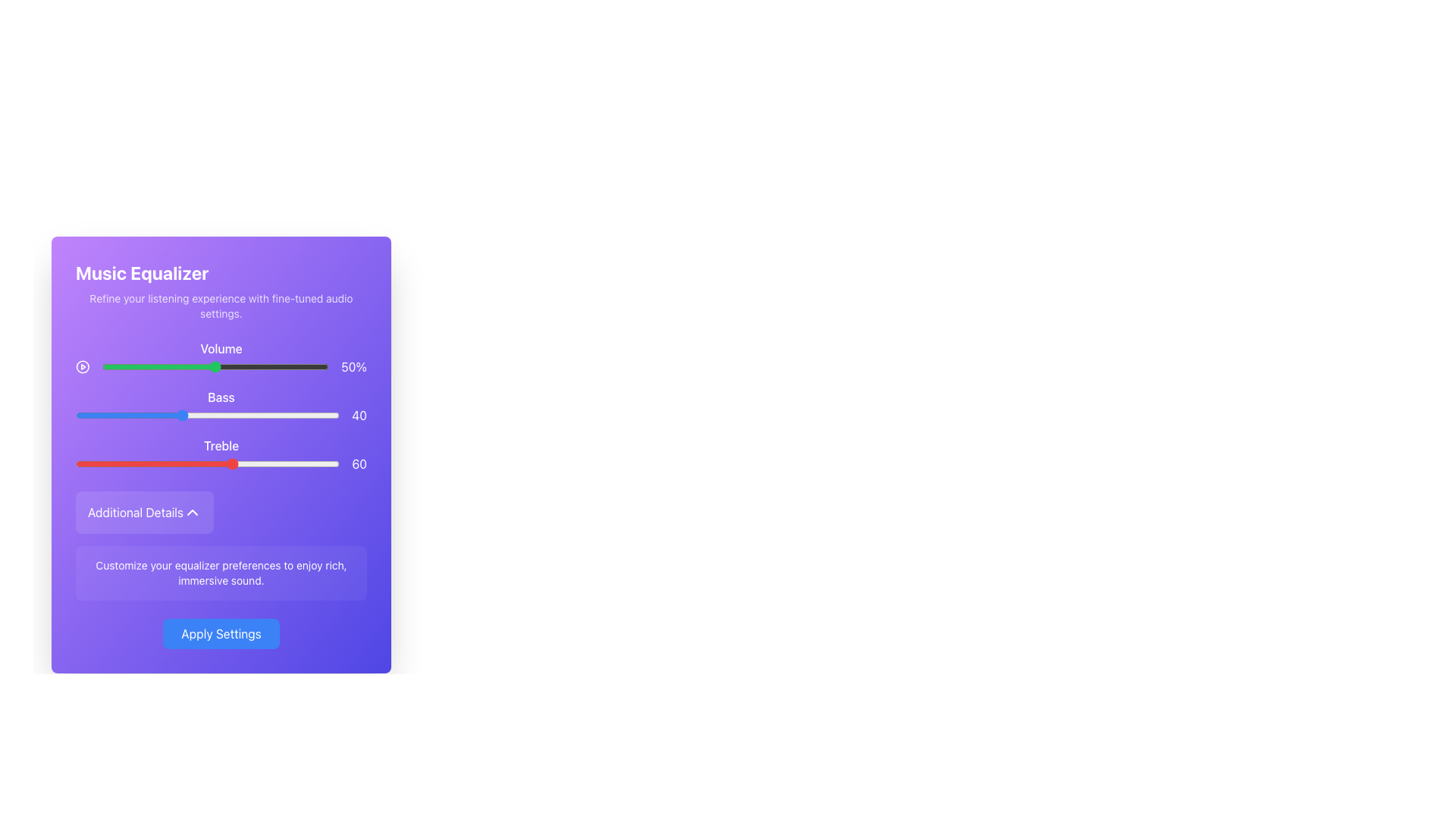 The width and height of the screenshot is (1456, 819). I want to click on the Treble, so click(85, 463).